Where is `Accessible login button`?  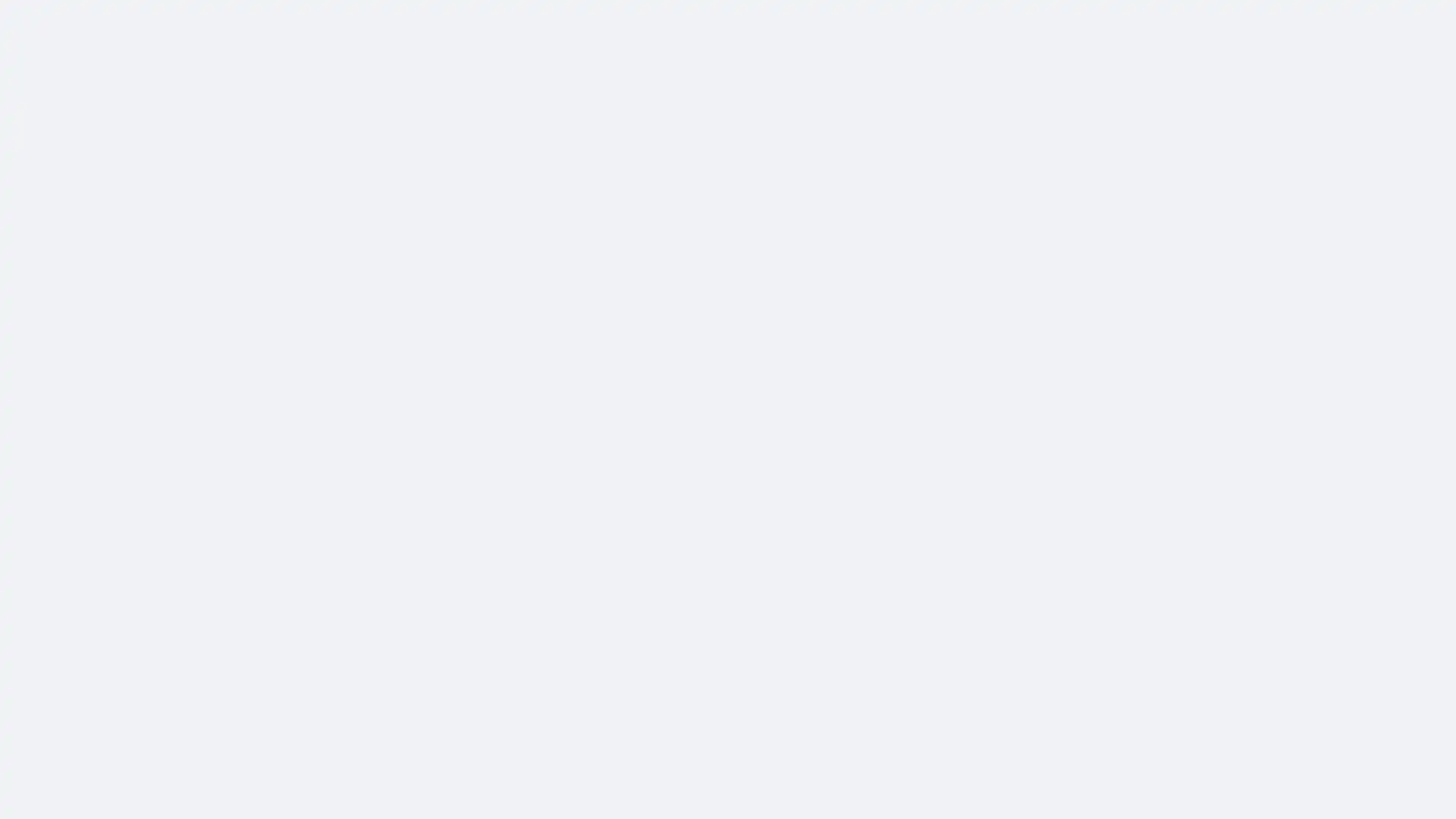 Accessible login button is located at coordinates (1269, 20).